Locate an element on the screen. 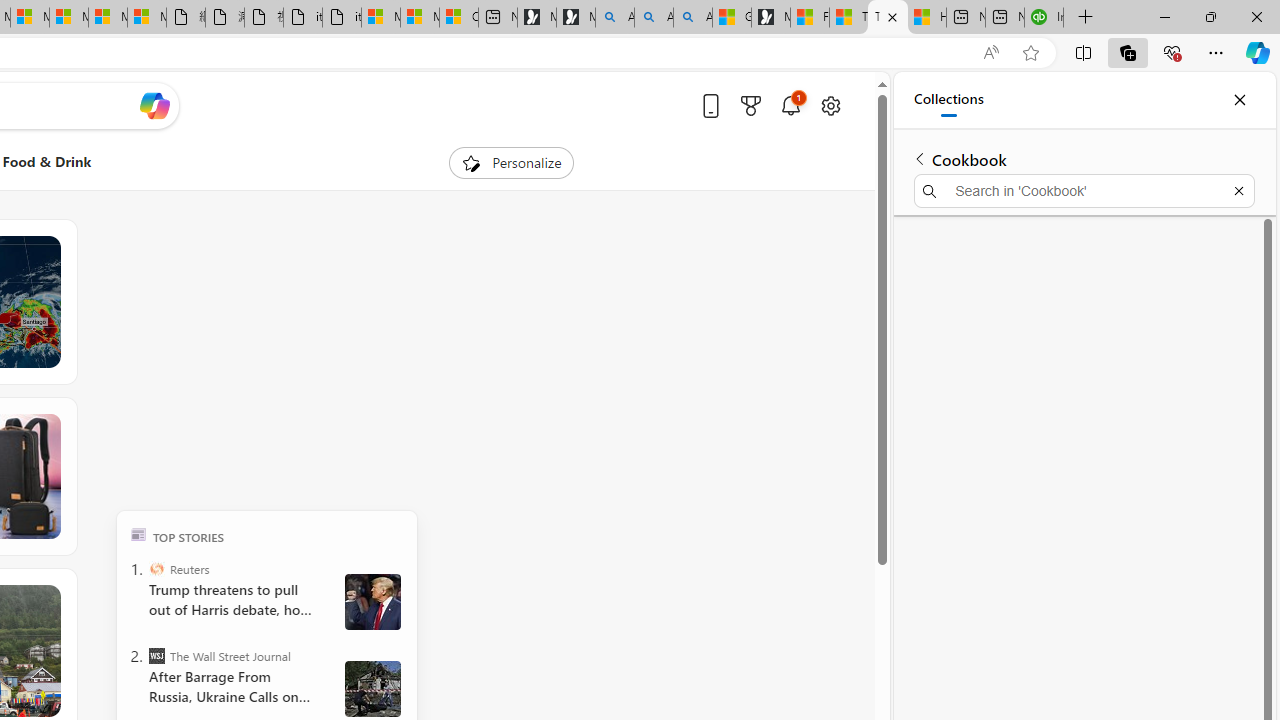 This screenshot has height=720, width=1280. 'Search in ' is located at coordinates (1083, 191).